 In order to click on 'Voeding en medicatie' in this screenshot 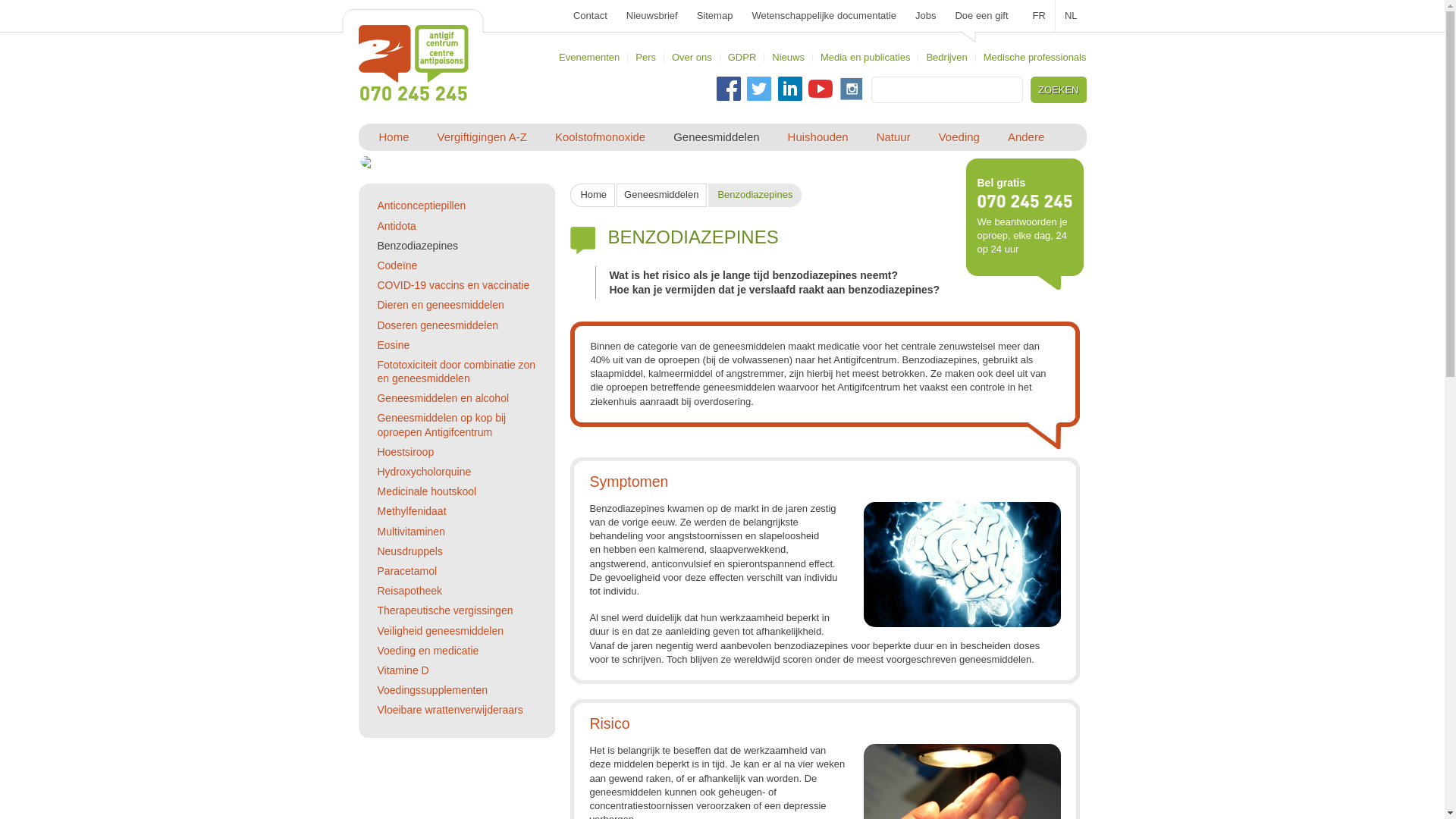, I will do `click(427, 649)`.